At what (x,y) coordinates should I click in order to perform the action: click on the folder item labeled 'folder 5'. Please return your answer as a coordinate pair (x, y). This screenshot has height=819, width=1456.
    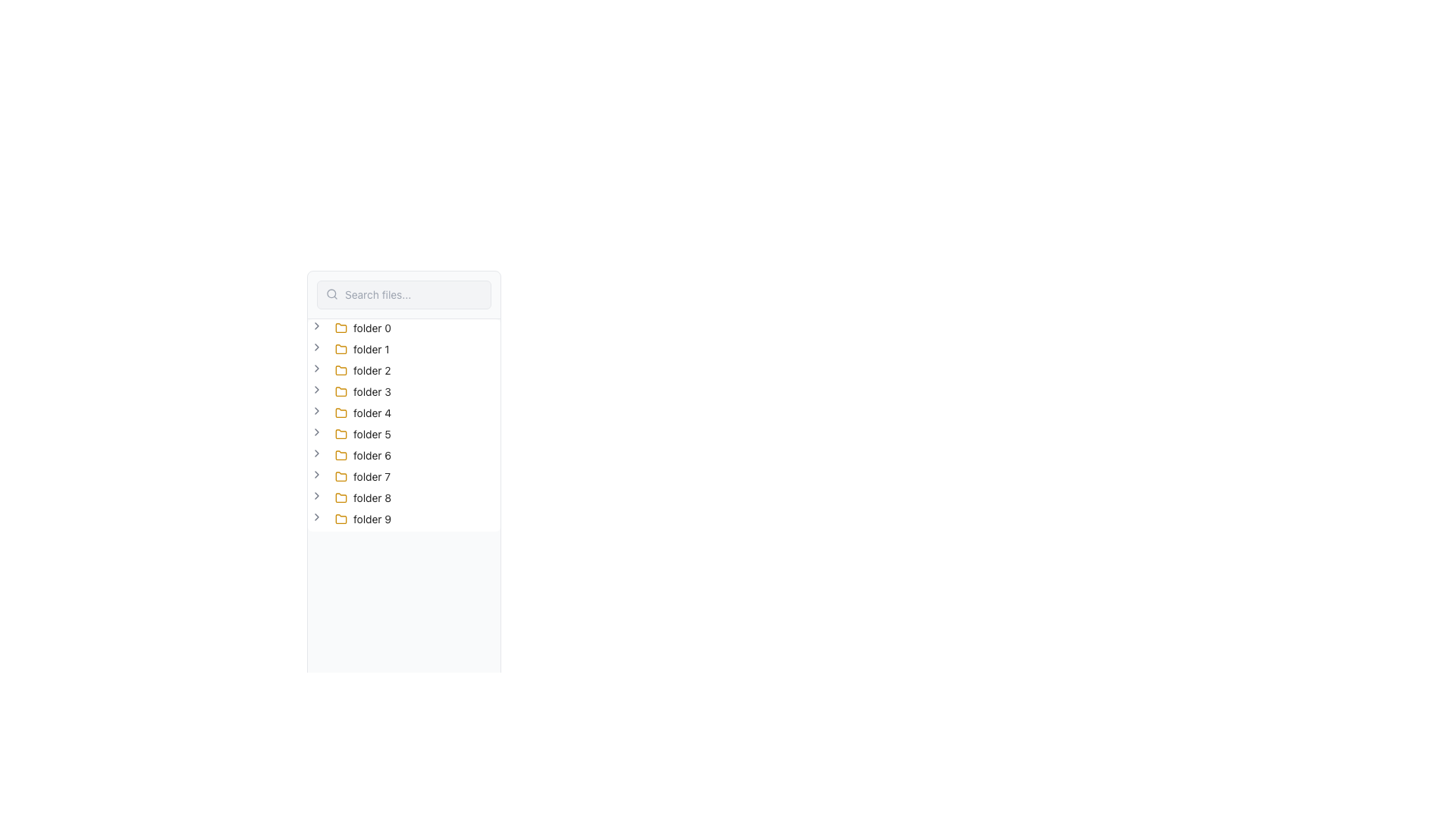
    Looking at the image, I should click on (362, 435).